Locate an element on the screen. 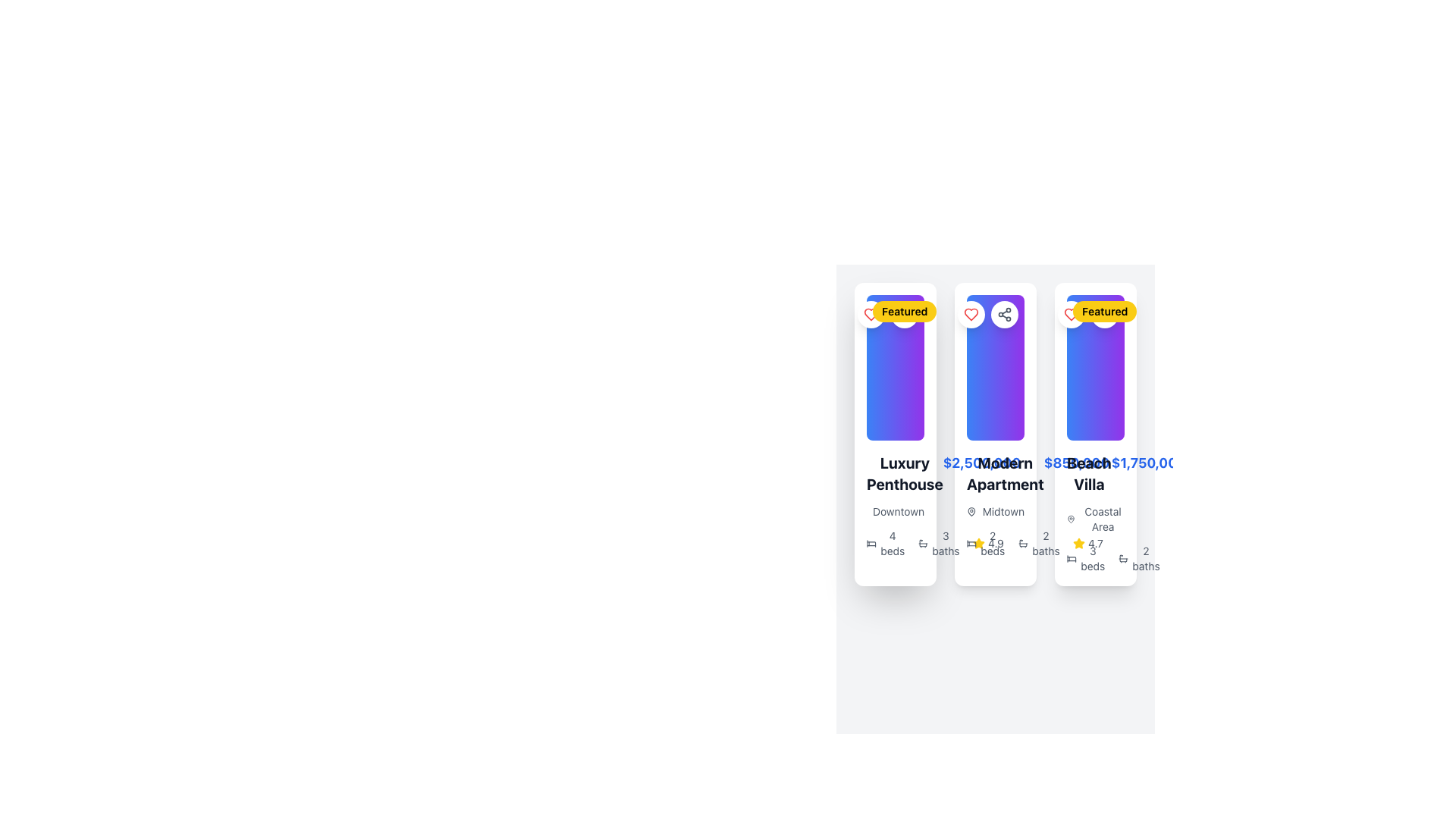 The width and height of the screenshot is (1456, 819). information about the number of bedrooms available in the property, located in the lower center portion of the second card of property listings, below the location text and next to the bed icon is located at coordinates (993, 543).